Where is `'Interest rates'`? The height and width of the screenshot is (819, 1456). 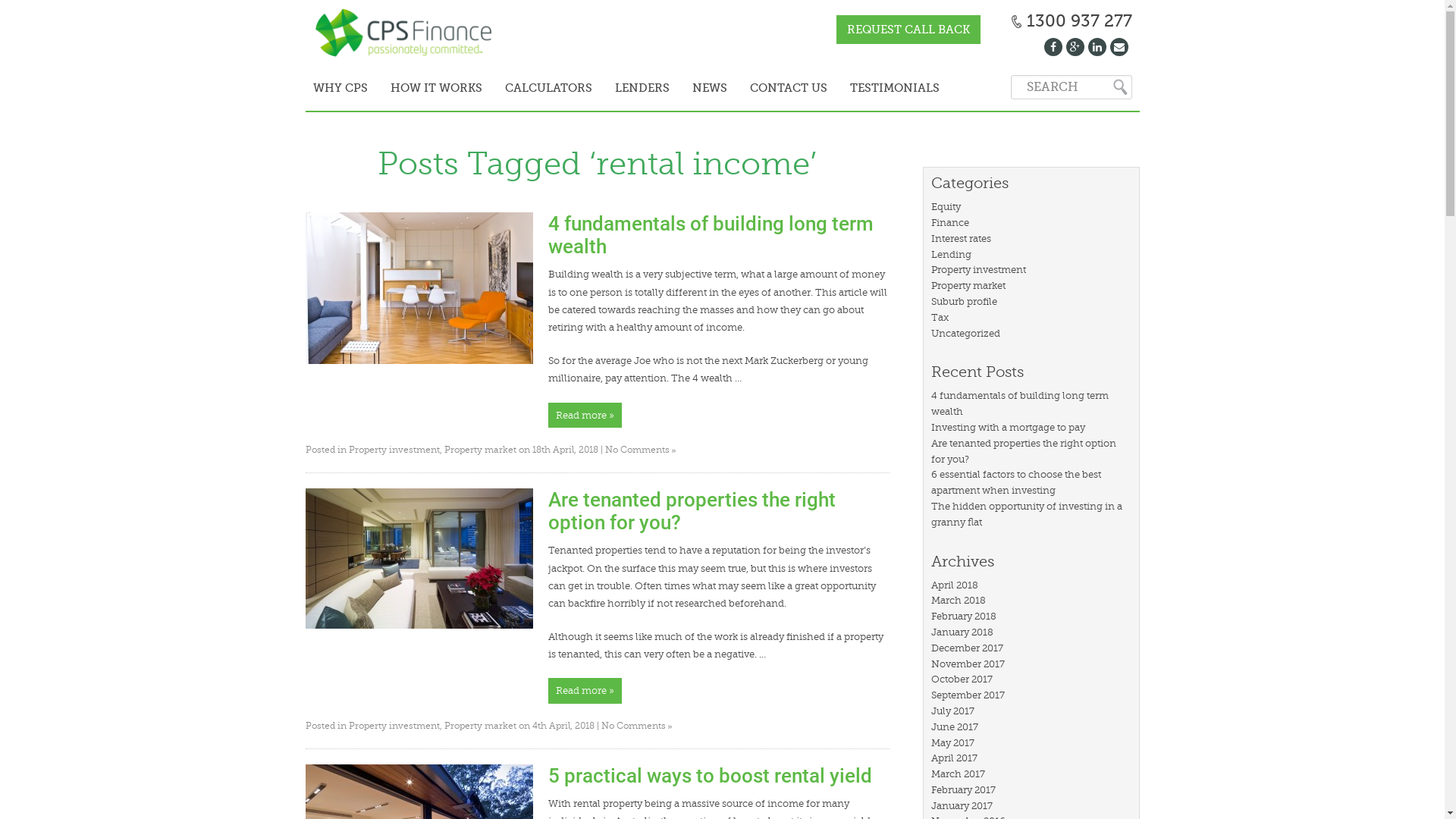
'Interest rates' is located at coordinates (960, 238).